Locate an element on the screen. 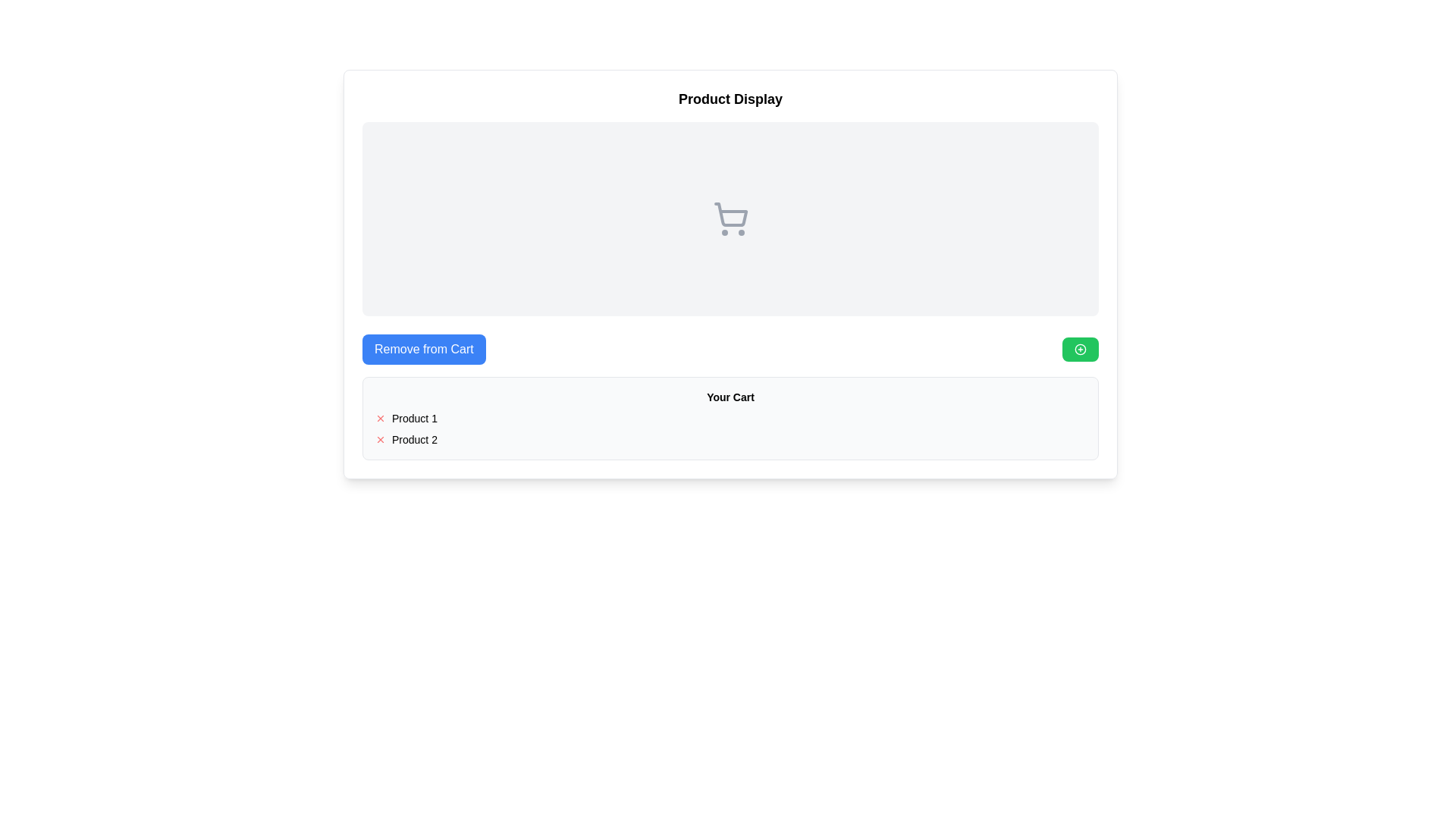 The height and width of the screenshot is (819, 1456). the circle component that represents the 'plus' sign icon located to the right of the 'Remove from Cart' button in the top-right corner of the cart section is located at coordinates (1080, 350).